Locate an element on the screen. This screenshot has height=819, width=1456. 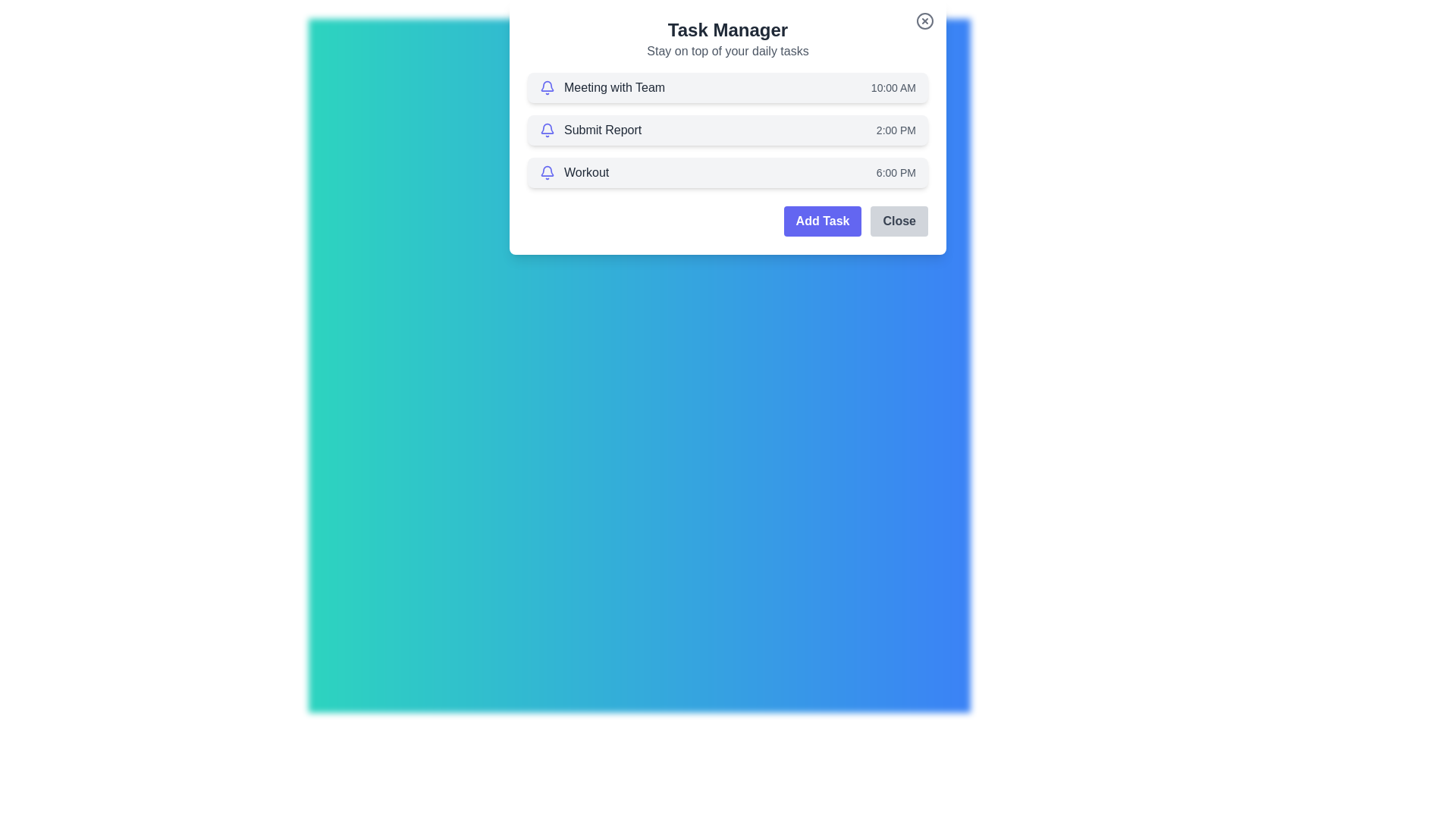
the 'Submit Report' text label, which is displayed in gray font and is the second item in a vertically stacked list interface is located at coordinates (602, 130).